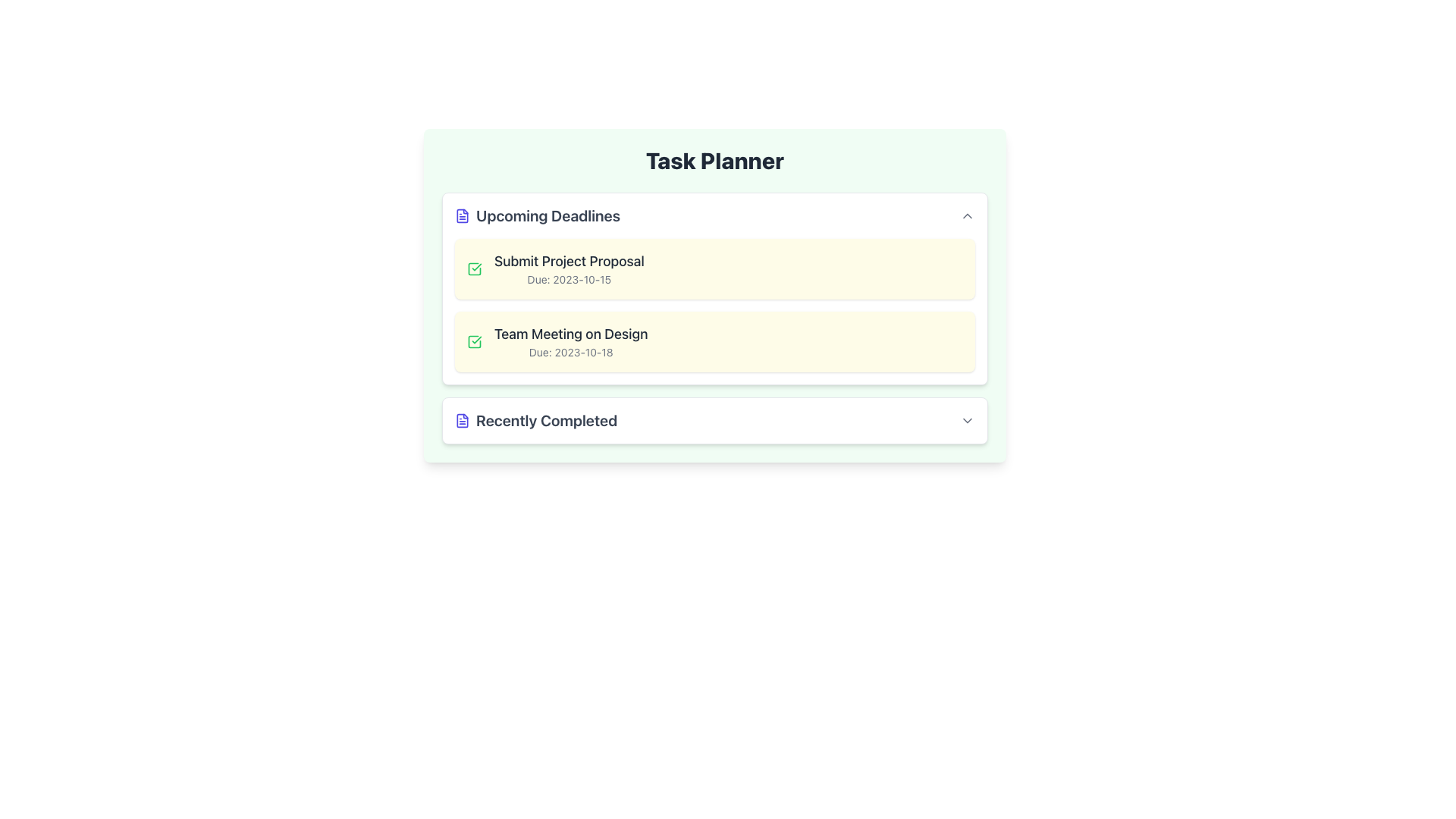  Describe the element at coordinates (570, 353) in the screenshot. I see `the text label displaying 'Due: 2023-10-18', which is styled in lighter gray and positioned below the title 'Team Meeting on Design' in the 'Upcoming Deadlines' section` at that location.